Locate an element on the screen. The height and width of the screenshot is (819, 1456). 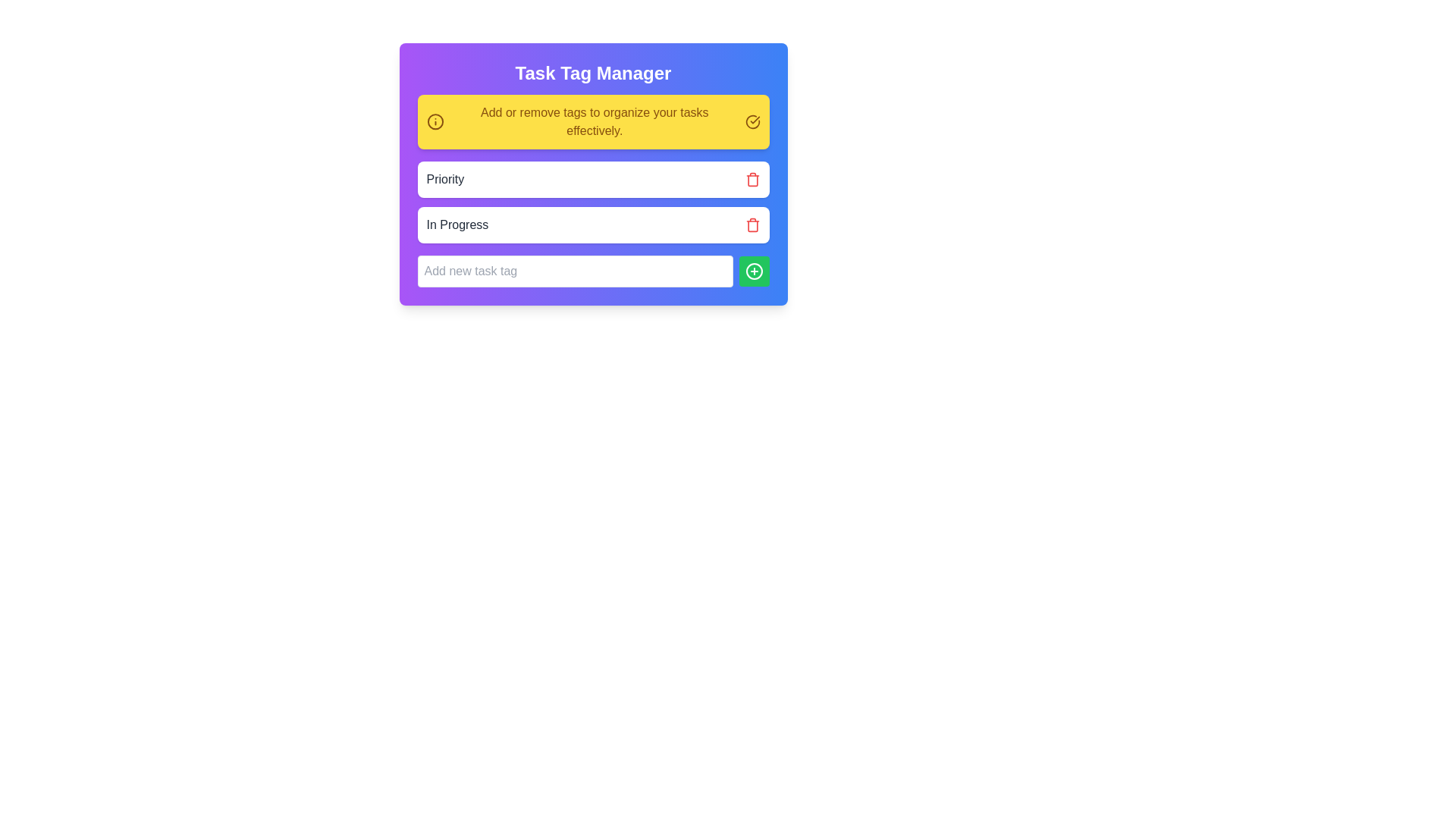
the button located at the bottom-right corner of the 'Add new task tag' text input field is located at coordinates (754, 271).